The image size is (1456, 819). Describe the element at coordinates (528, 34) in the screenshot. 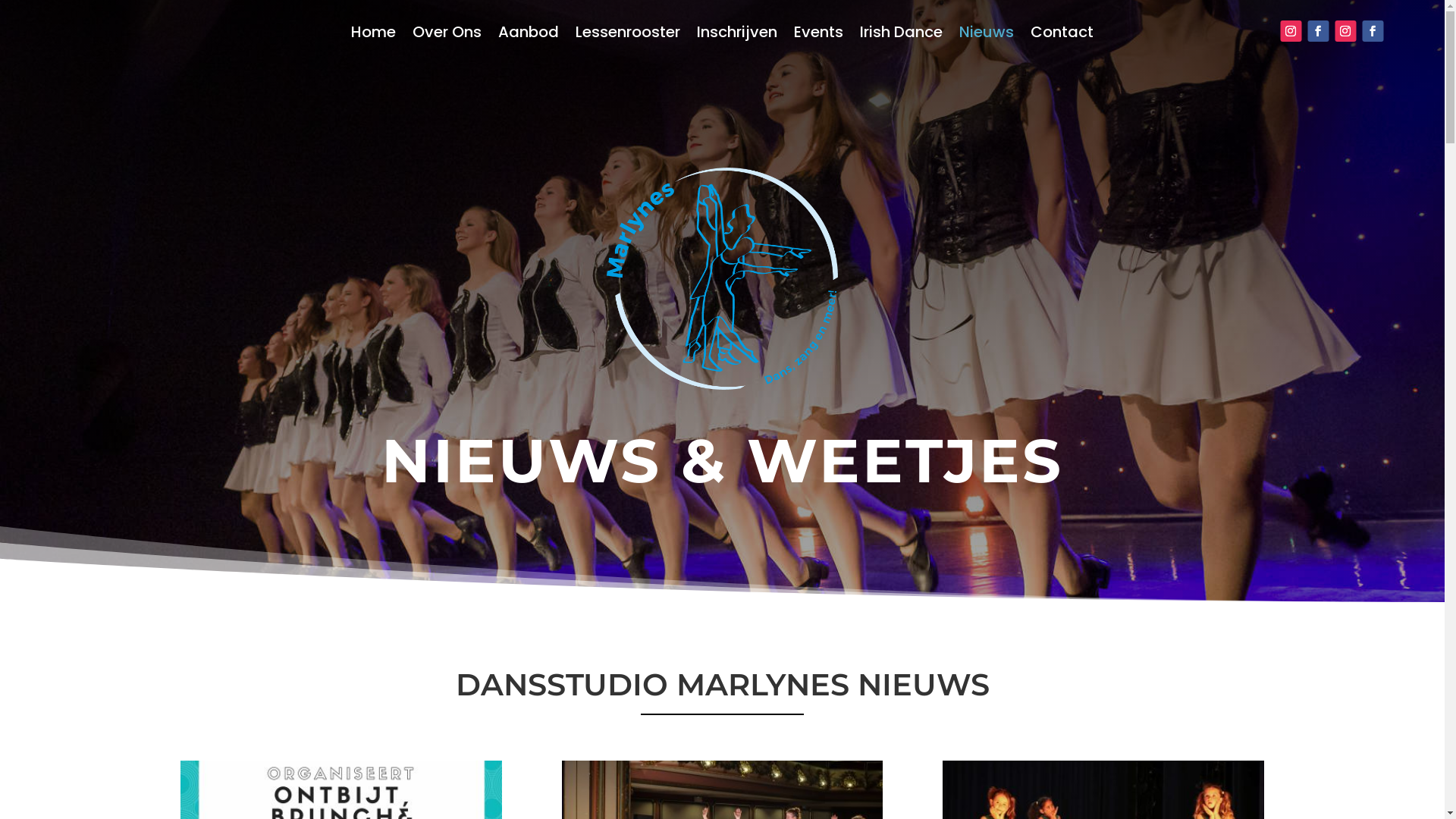

I see `'Aanbod'` at that location.